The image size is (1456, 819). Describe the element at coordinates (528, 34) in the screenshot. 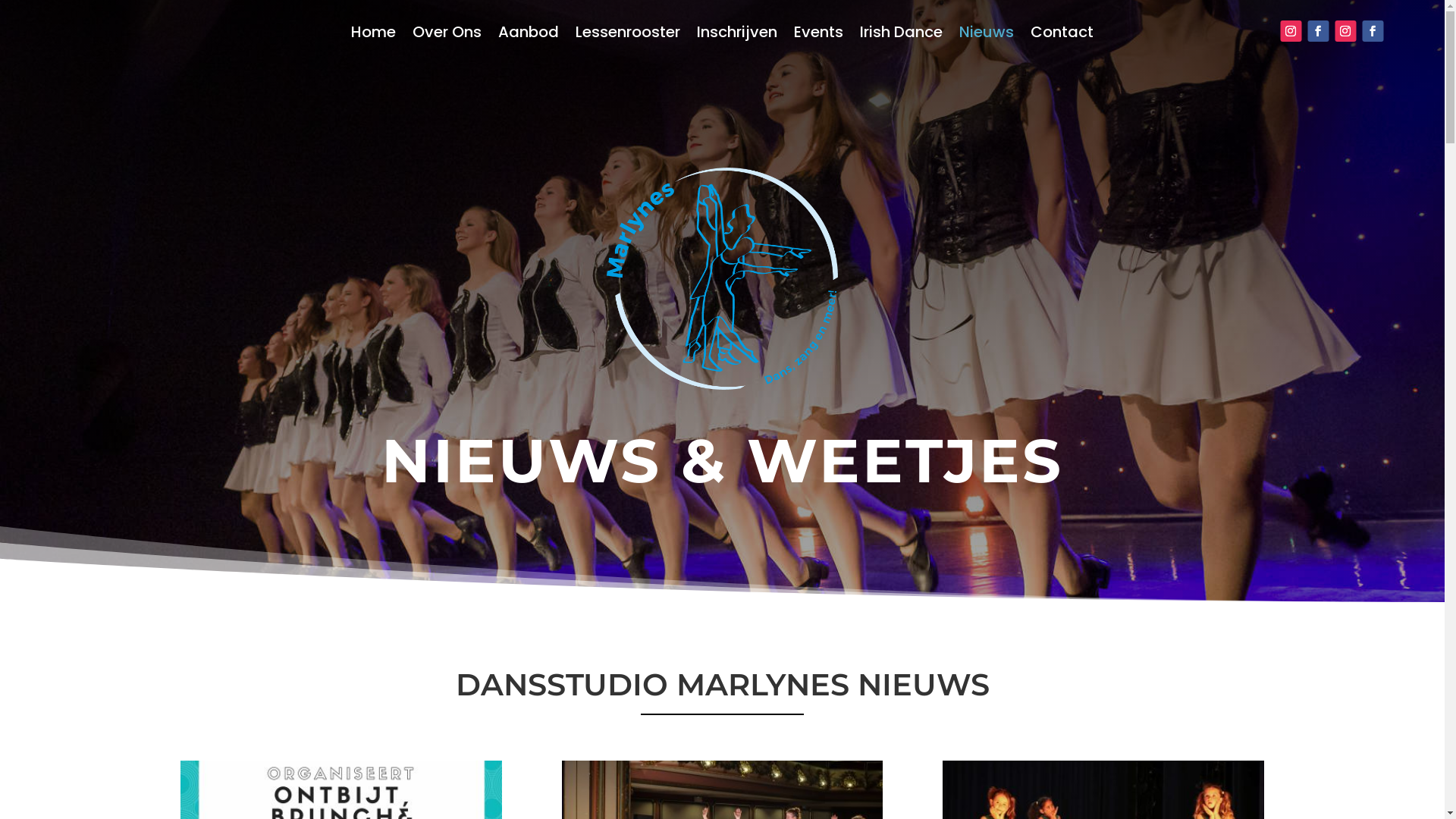

I see `'Aanbod'` at that location.